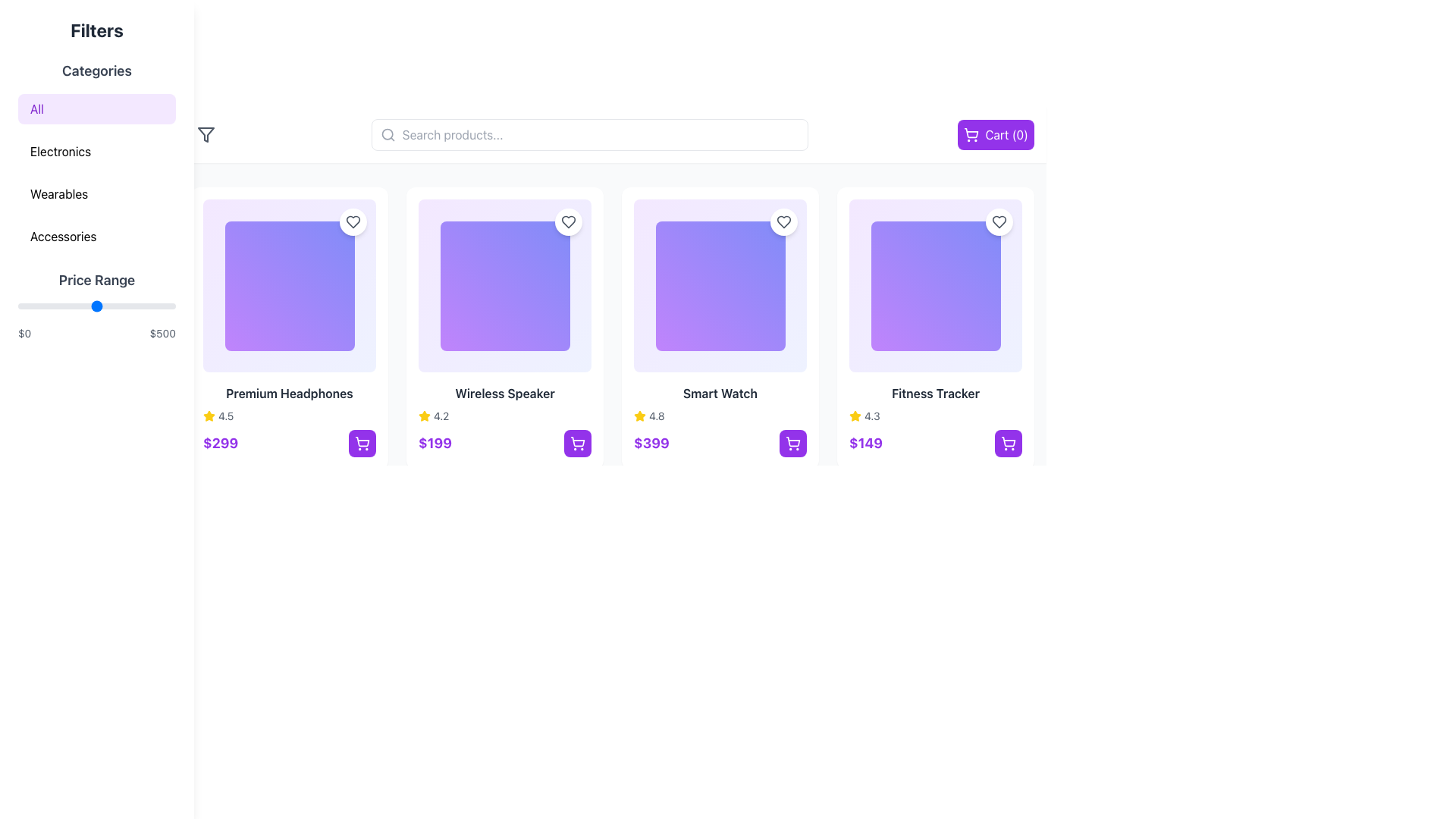  What do you see at coordinates (352, 222) in the screenshot?
I see `the hoverable heart icon located at the top right corner of the product card for 'Premium Headphones' to mark the item as liked or favorited` at bounding box center [352, 222].